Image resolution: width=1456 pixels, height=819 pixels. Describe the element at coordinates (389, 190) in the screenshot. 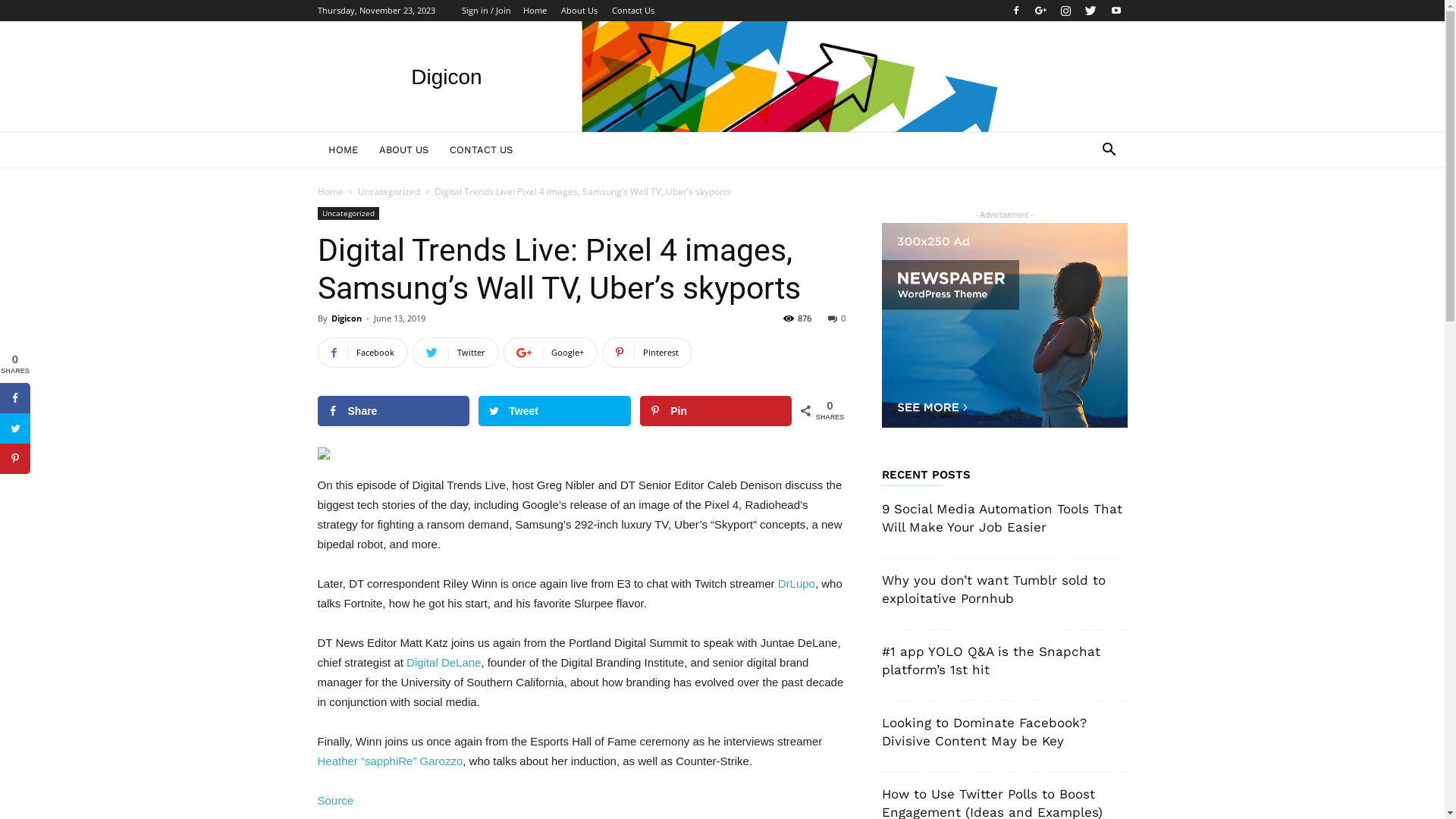

I see `'Uncategorized'` at that location.